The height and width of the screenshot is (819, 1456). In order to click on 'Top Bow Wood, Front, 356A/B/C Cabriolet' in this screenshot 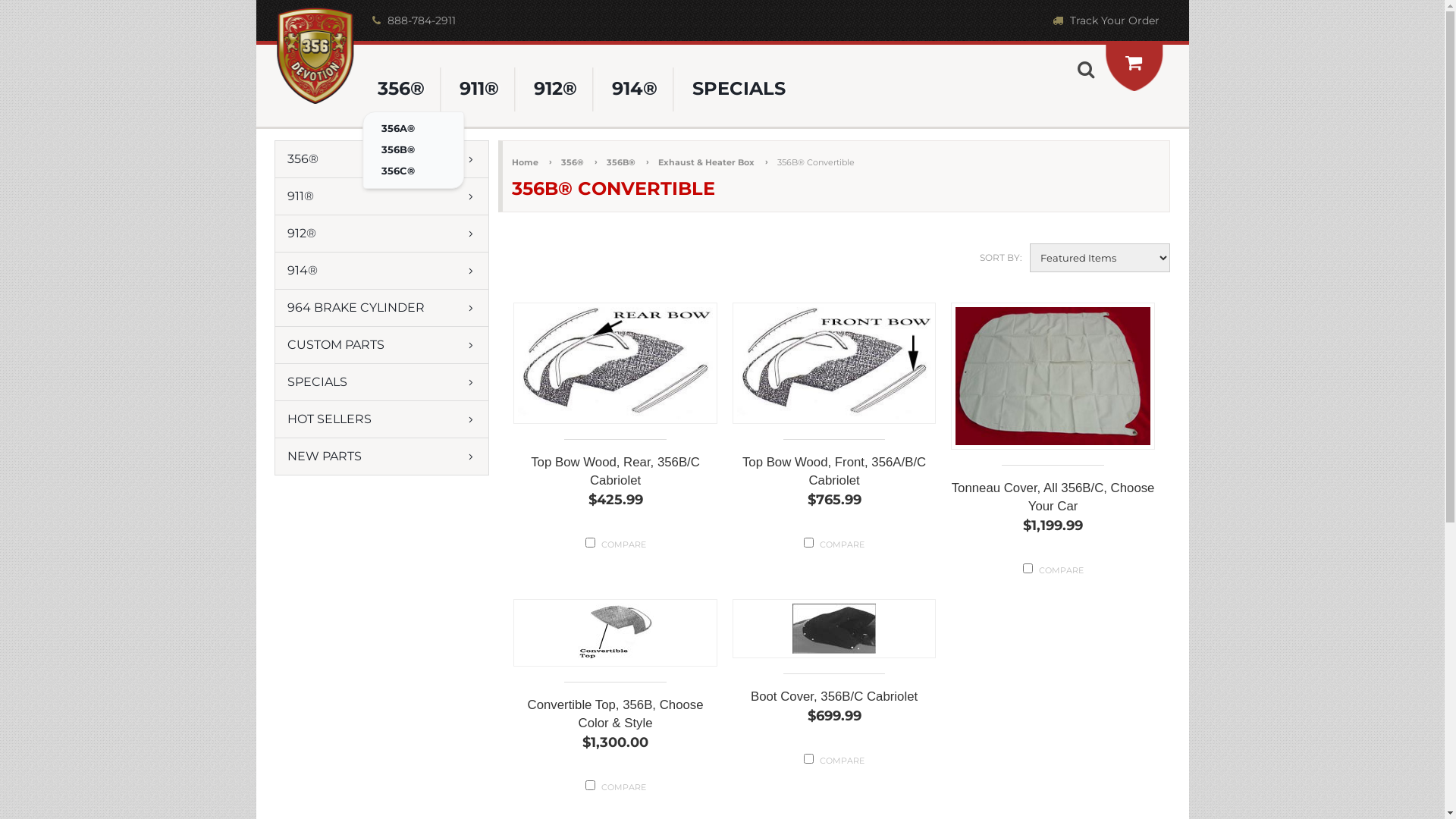, I will do `click(833, 463)`.